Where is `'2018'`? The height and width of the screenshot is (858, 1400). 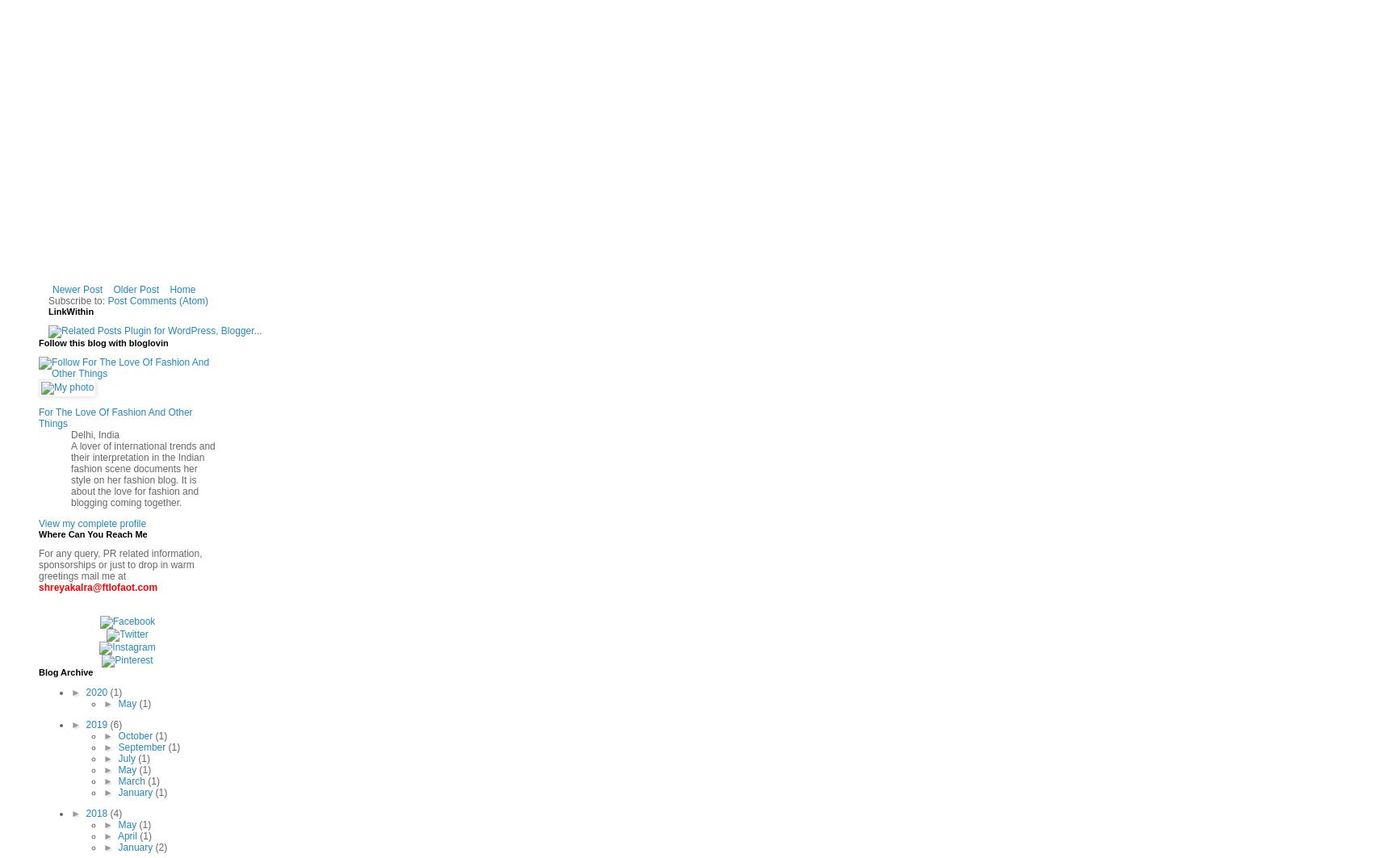 '2018' is located at coordinates (98, 813).